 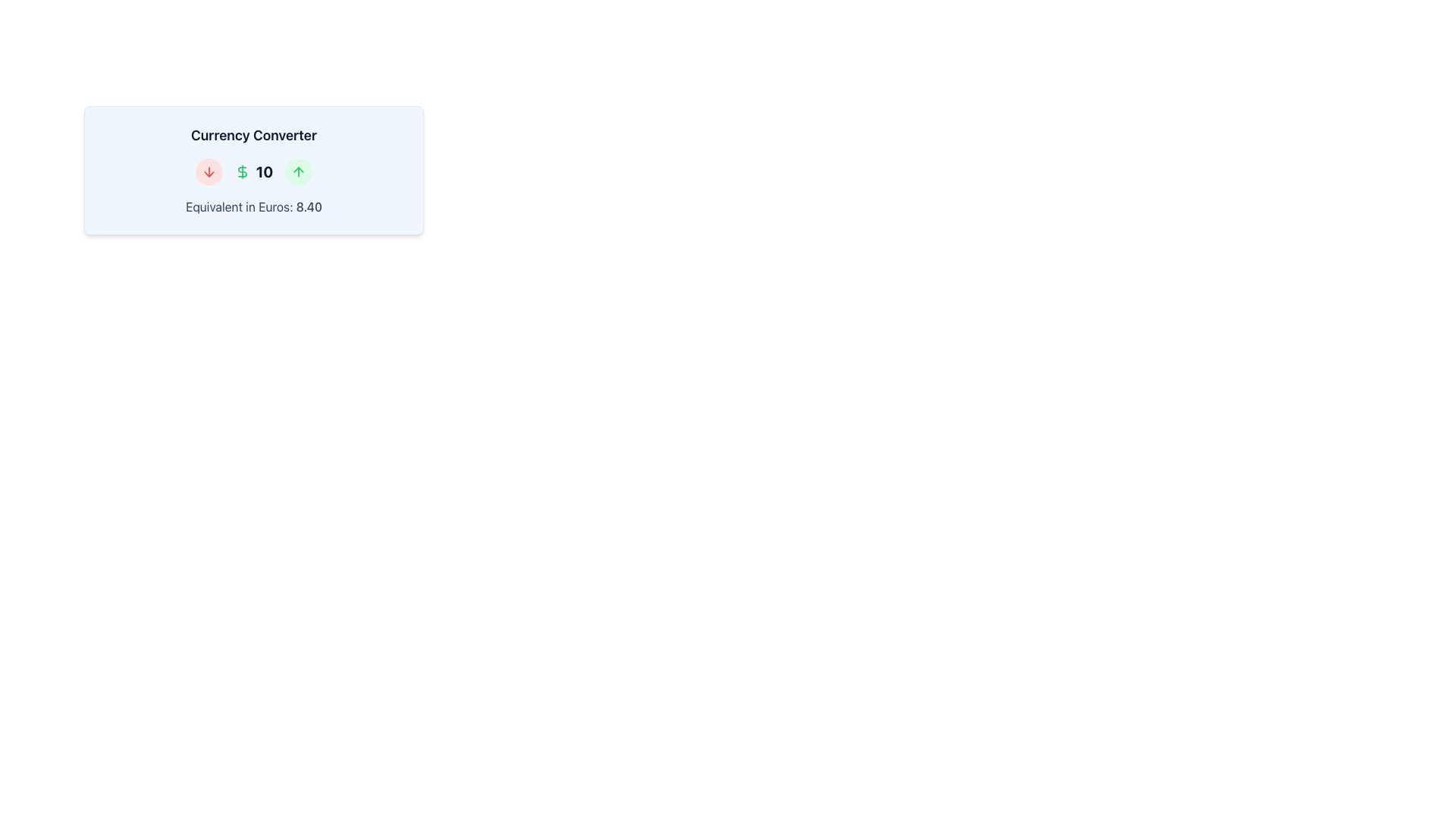 I want to click on the text label displaying '8.40', which is part of the descriptive line 'Equivalent in Euros:' inside a white card component with a light blue background, so click(x=308, y=207).